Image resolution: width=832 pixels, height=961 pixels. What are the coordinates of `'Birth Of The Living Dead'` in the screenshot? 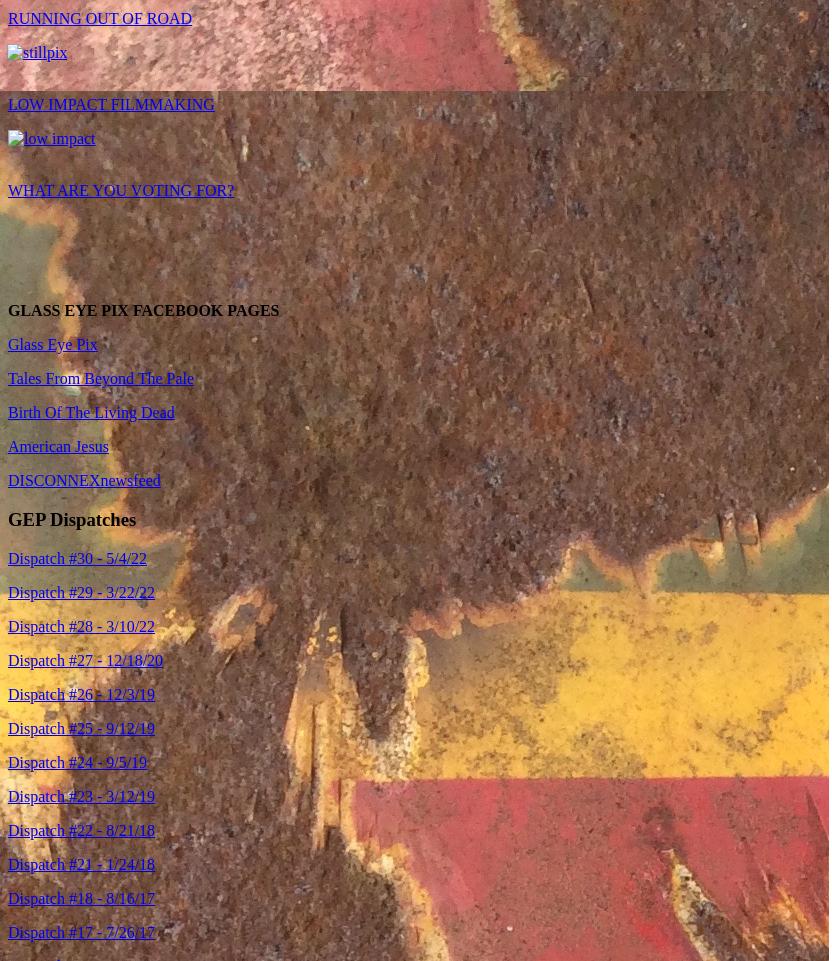 It's located at (90, 412).